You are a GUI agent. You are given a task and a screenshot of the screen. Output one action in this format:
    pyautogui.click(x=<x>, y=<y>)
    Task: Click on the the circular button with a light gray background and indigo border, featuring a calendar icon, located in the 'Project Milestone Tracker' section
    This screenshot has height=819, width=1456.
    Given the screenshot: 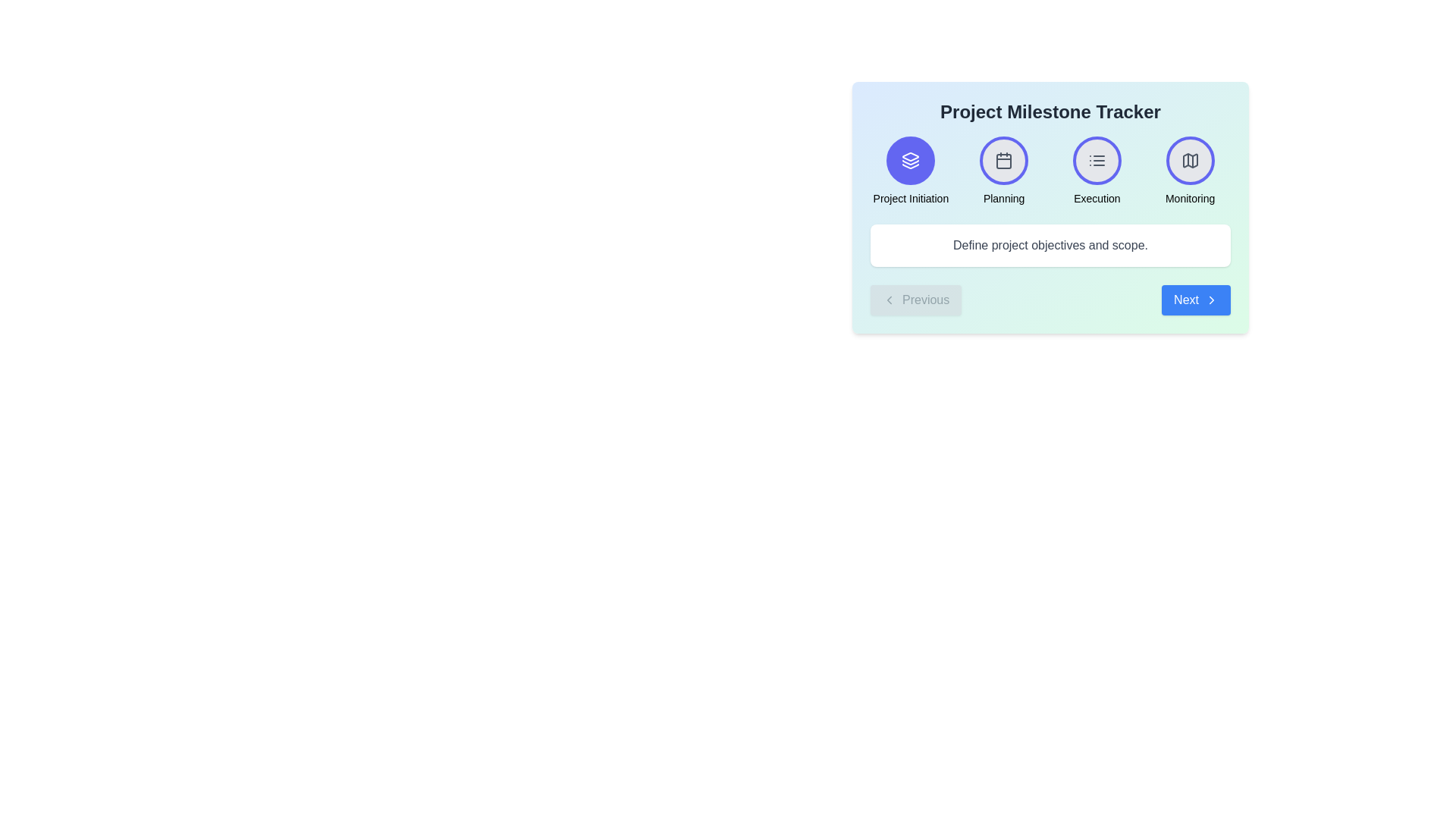 What is the action you would take?
    pyautogui.click(x=1004, y=161)
    